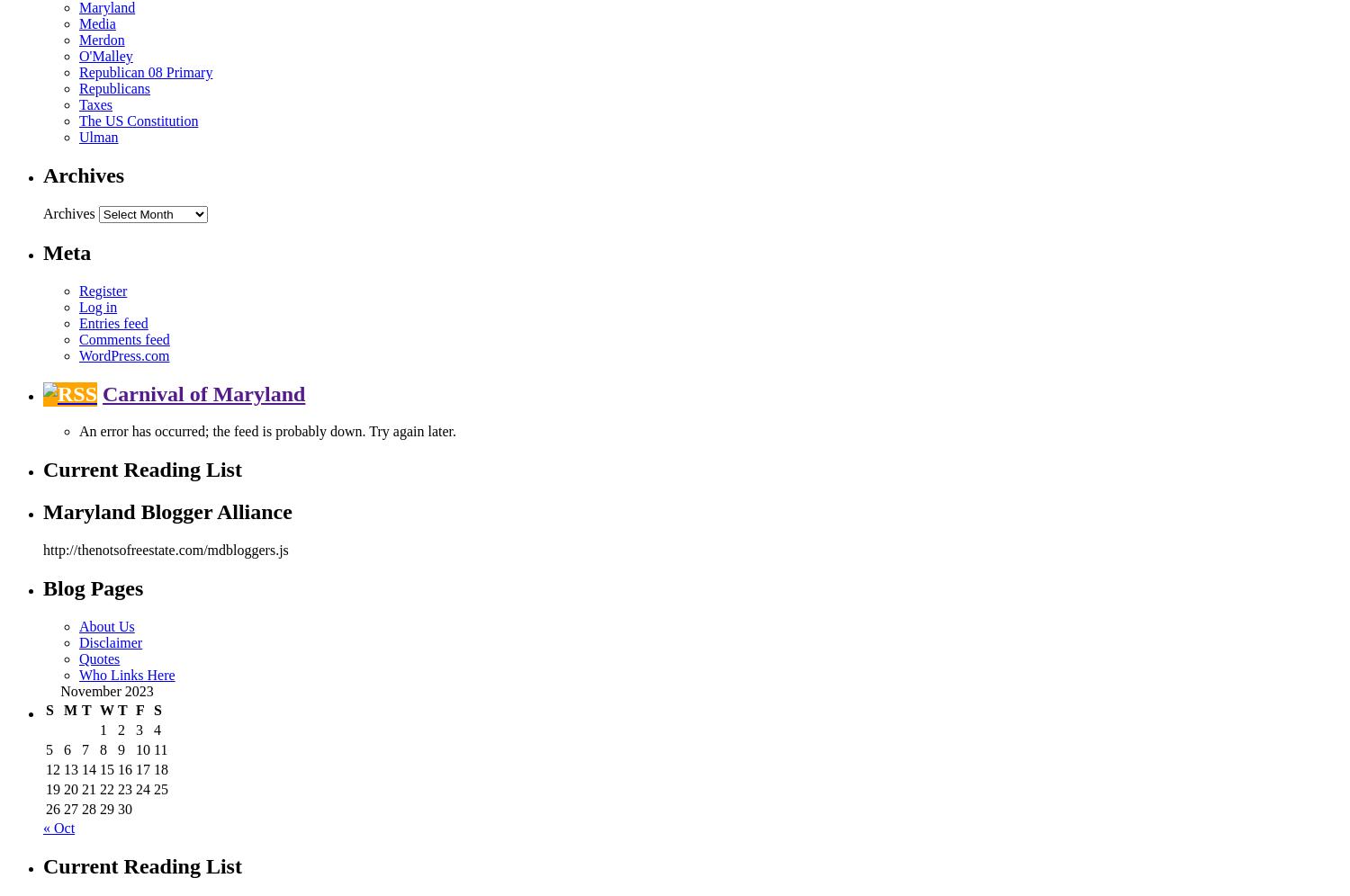 This screenshot has height=896, width=1350. Describe the element at coordinates (136, 788) in the screenshot. I see `'24'` at that location.